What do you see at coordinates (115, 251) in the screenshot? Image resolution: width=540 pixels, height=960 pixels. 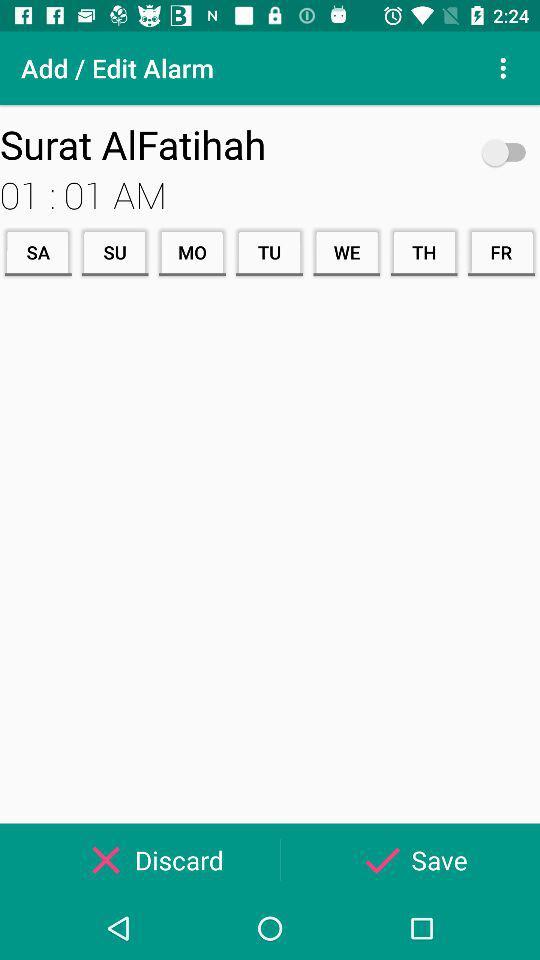 I see `su` at bounding box center [115, 251].